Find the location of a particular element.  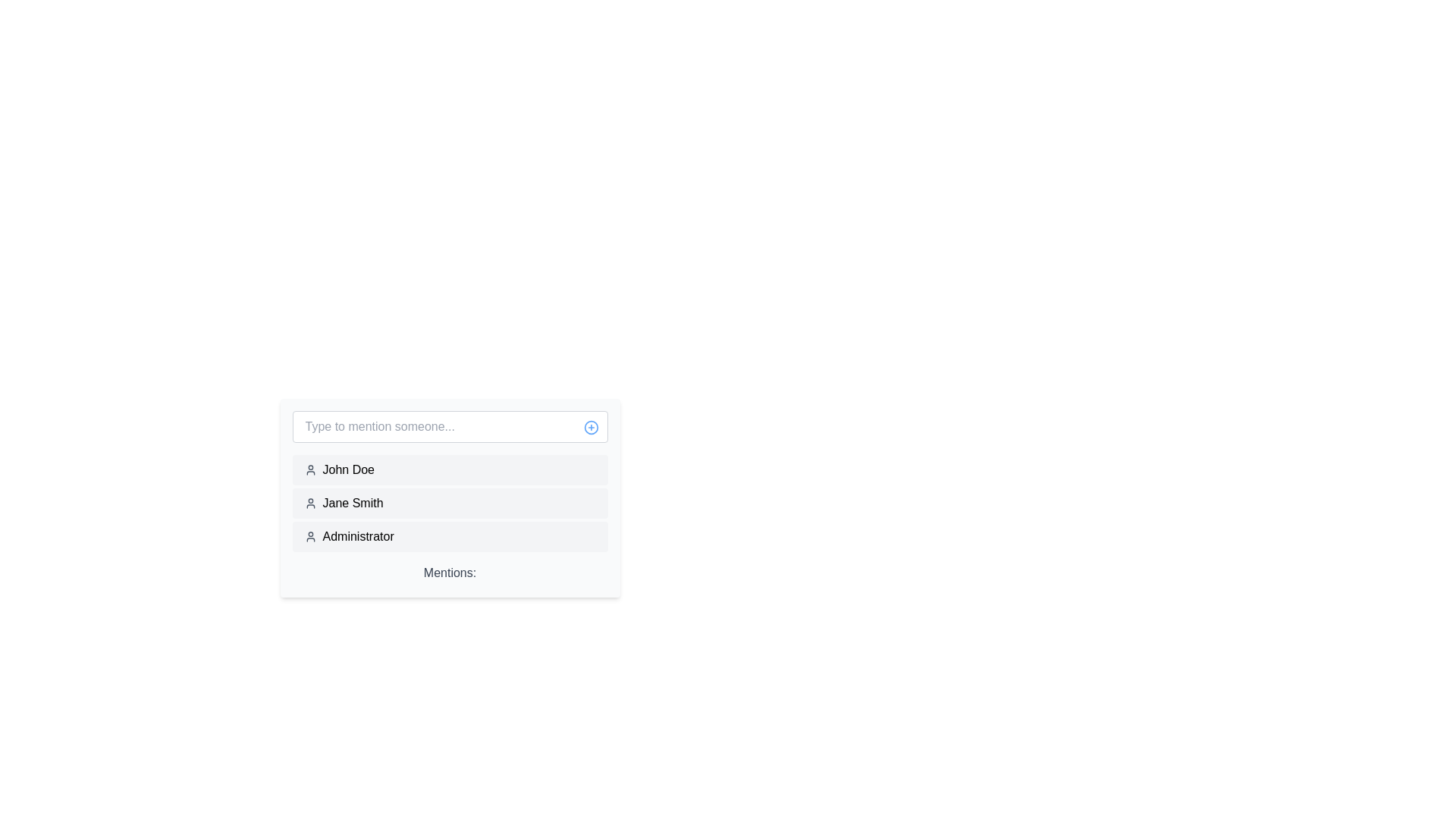

the user icon representing 'Jane Smith' is located at coordinates (309, 503).